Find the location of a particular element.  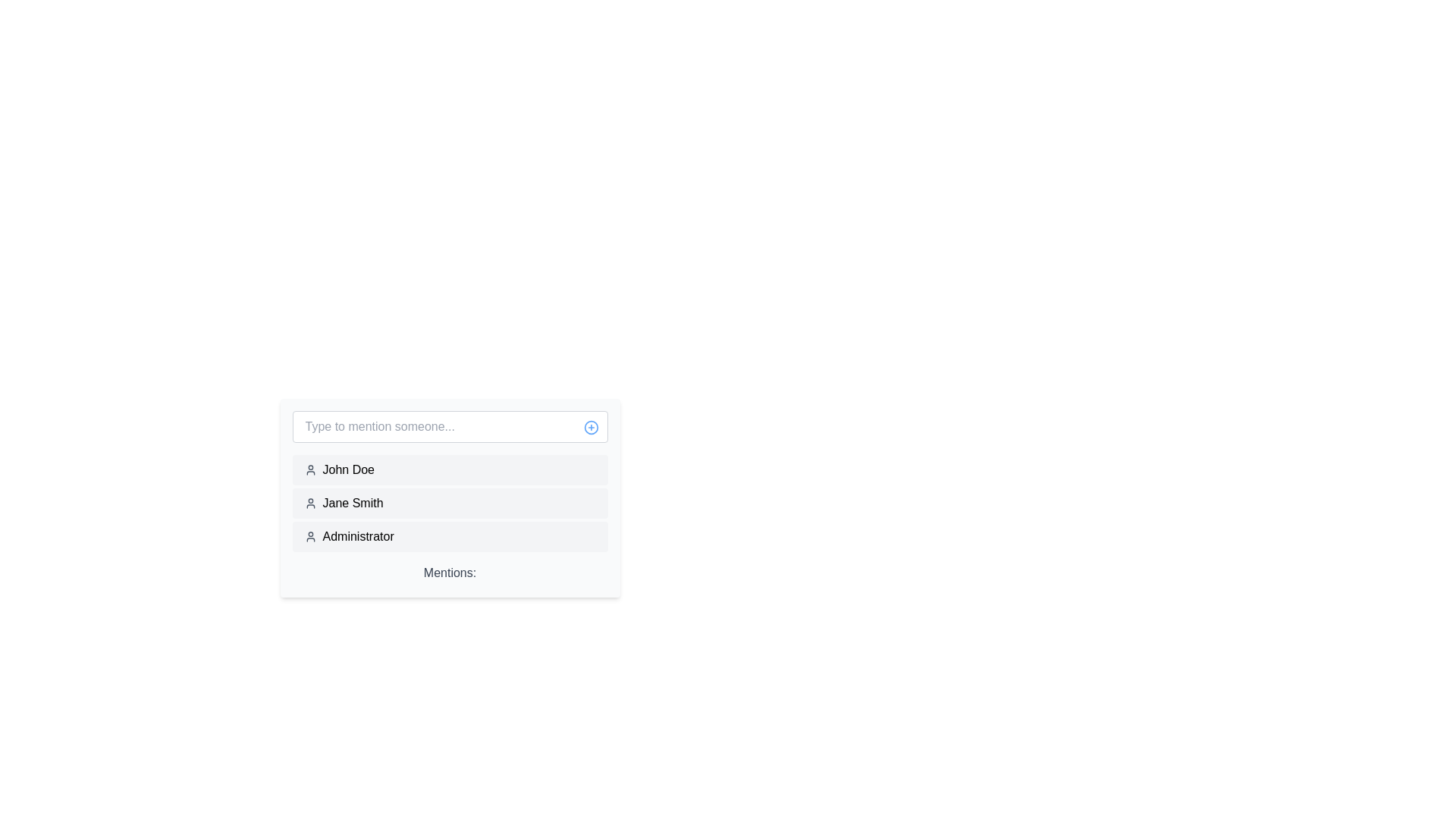

the user icon representing 'Jane Smith' is located at coordinates (309, 503).